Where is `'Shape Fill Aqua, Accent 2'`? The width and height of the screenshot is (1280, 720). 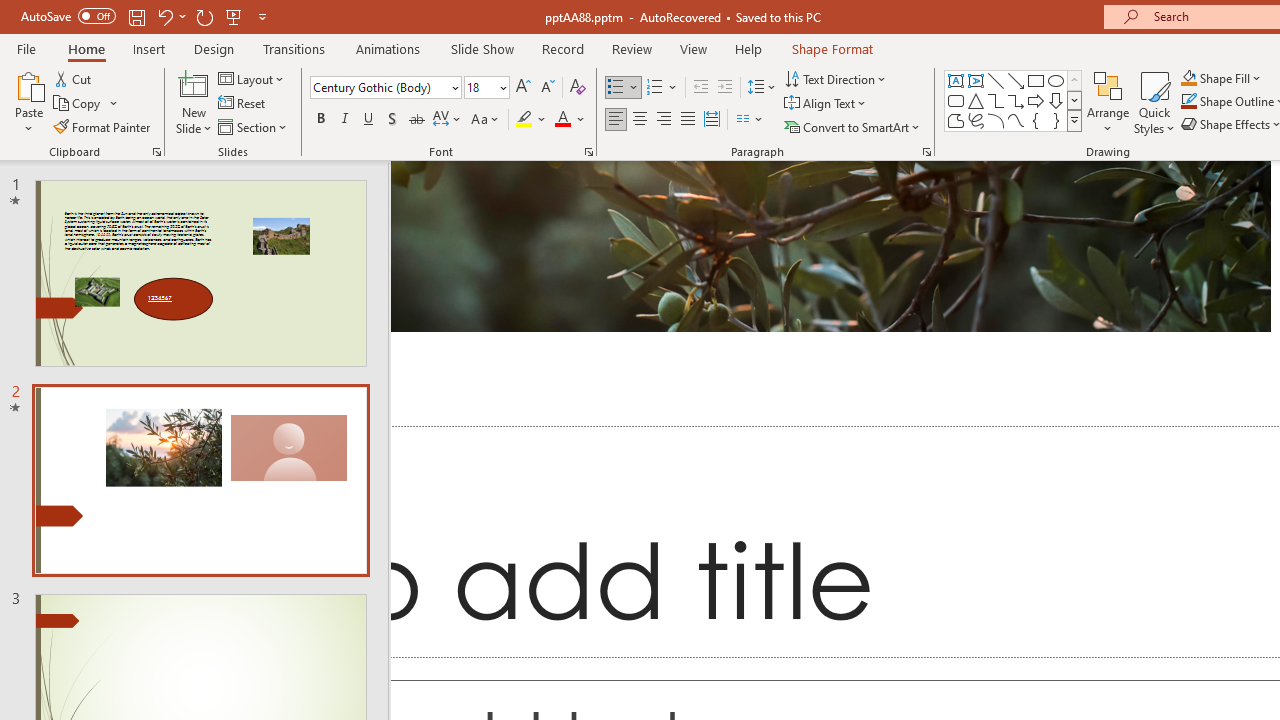 'Shape Fill Aqua, Accent 2' is located at coordinates (1189, 77).